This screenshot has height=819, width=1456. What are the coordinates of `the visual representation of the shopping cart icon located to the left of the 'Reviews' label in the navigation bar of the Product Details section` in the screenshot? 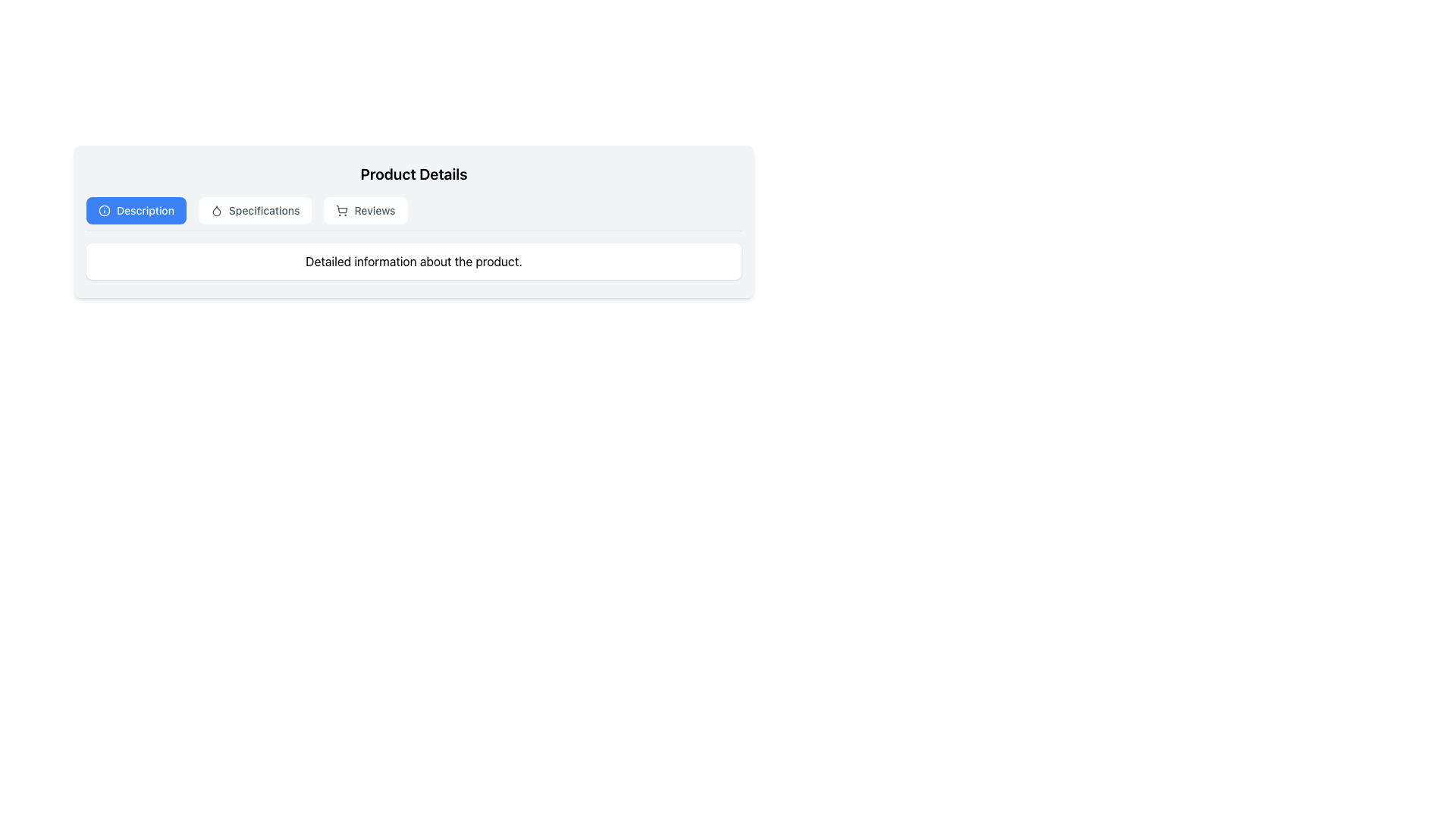 It's located at (341, 210).